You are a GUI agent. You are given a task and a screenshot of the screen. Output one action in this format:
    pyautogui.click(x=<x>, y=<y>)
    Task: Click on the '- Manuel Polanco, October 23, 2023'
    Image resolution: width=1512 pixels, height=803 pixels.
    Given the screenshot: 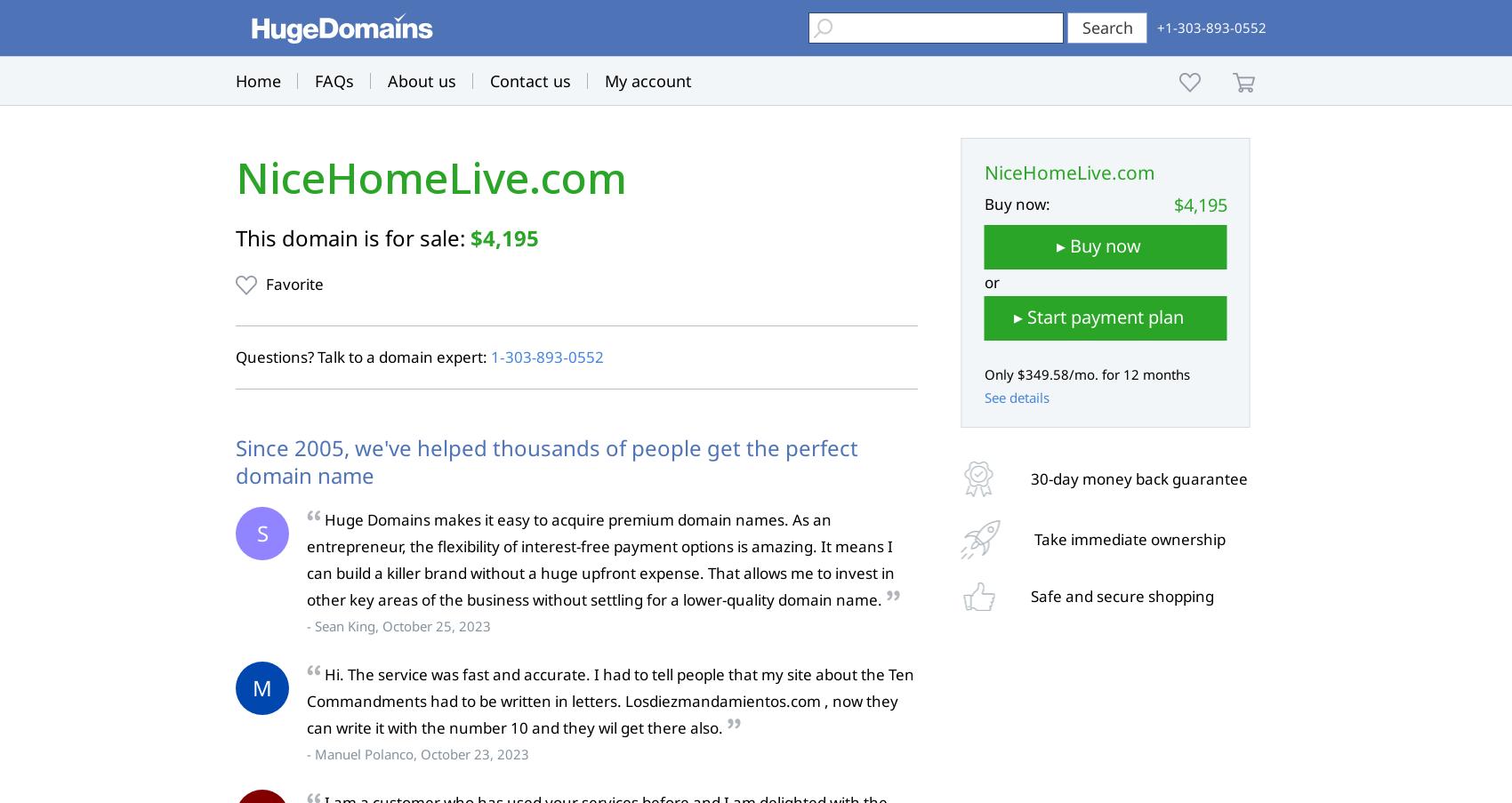 What is the action you would take?
    pyautogui.click(x=305, y=754)
    